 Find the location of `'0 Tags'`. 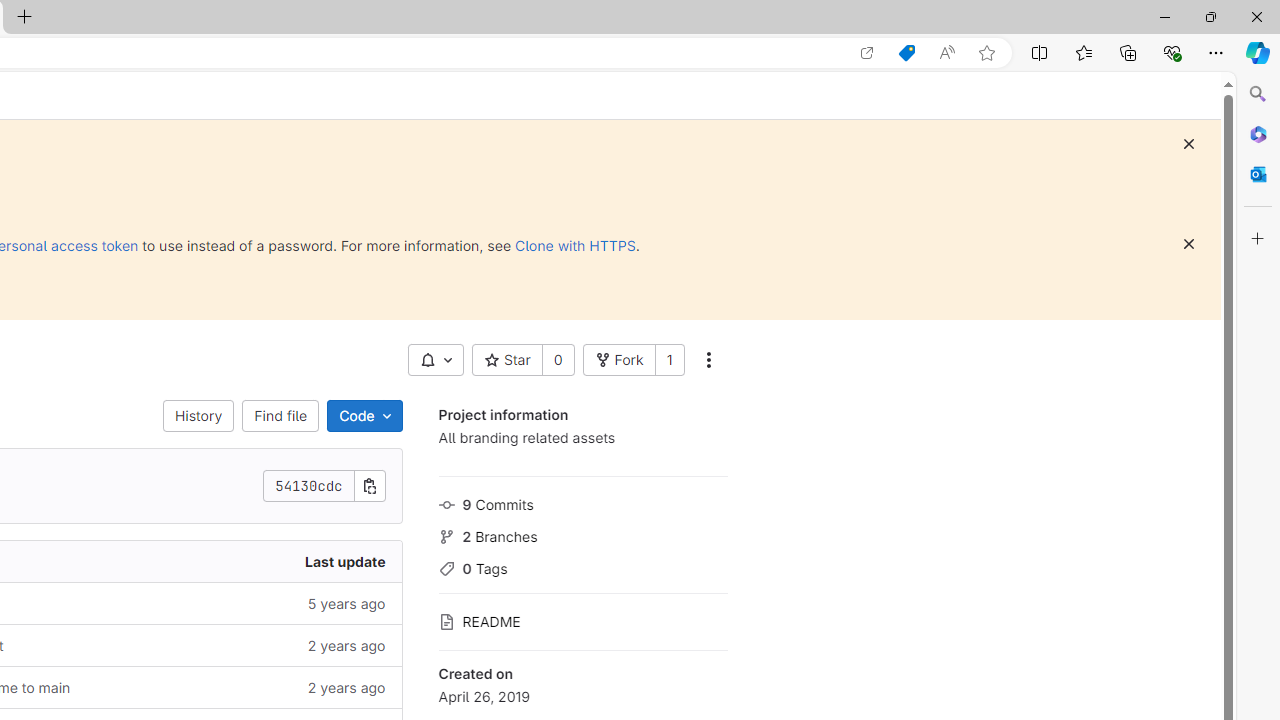

'0 Tags' is located at coordinates (582, 567).